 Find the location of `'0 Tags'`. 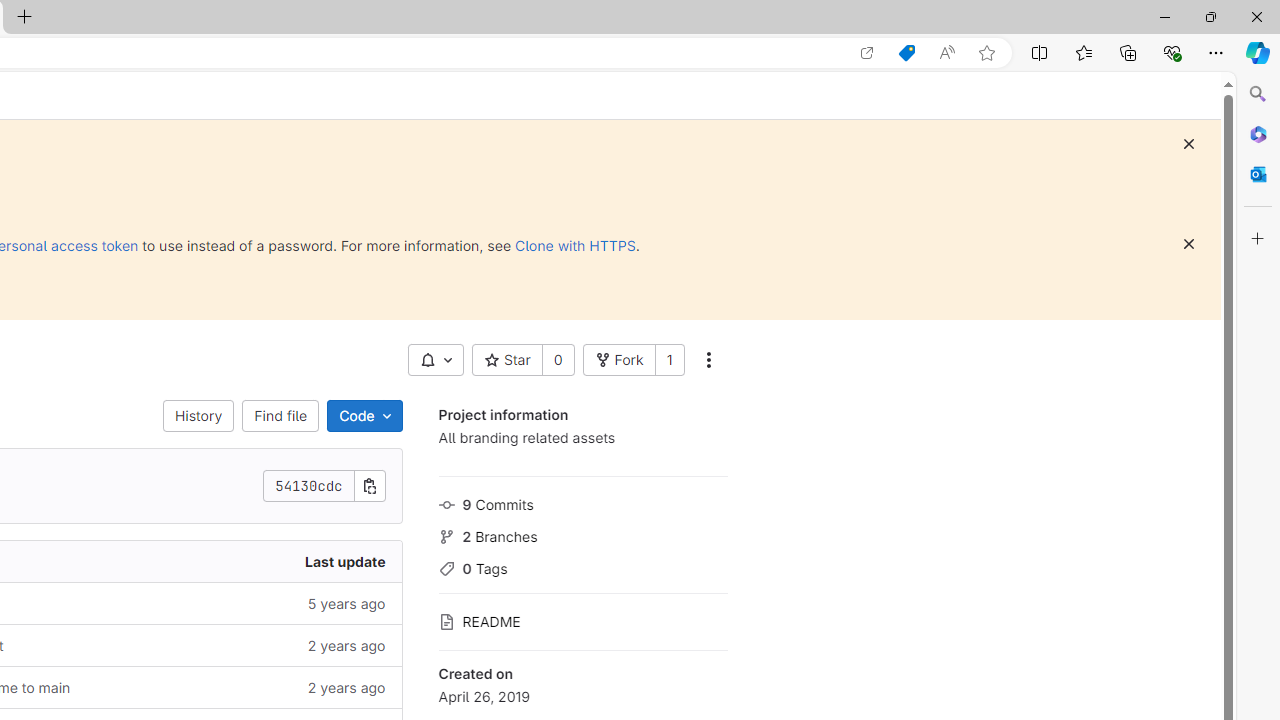

'0 Tags' is located at coordinates (582, 567).